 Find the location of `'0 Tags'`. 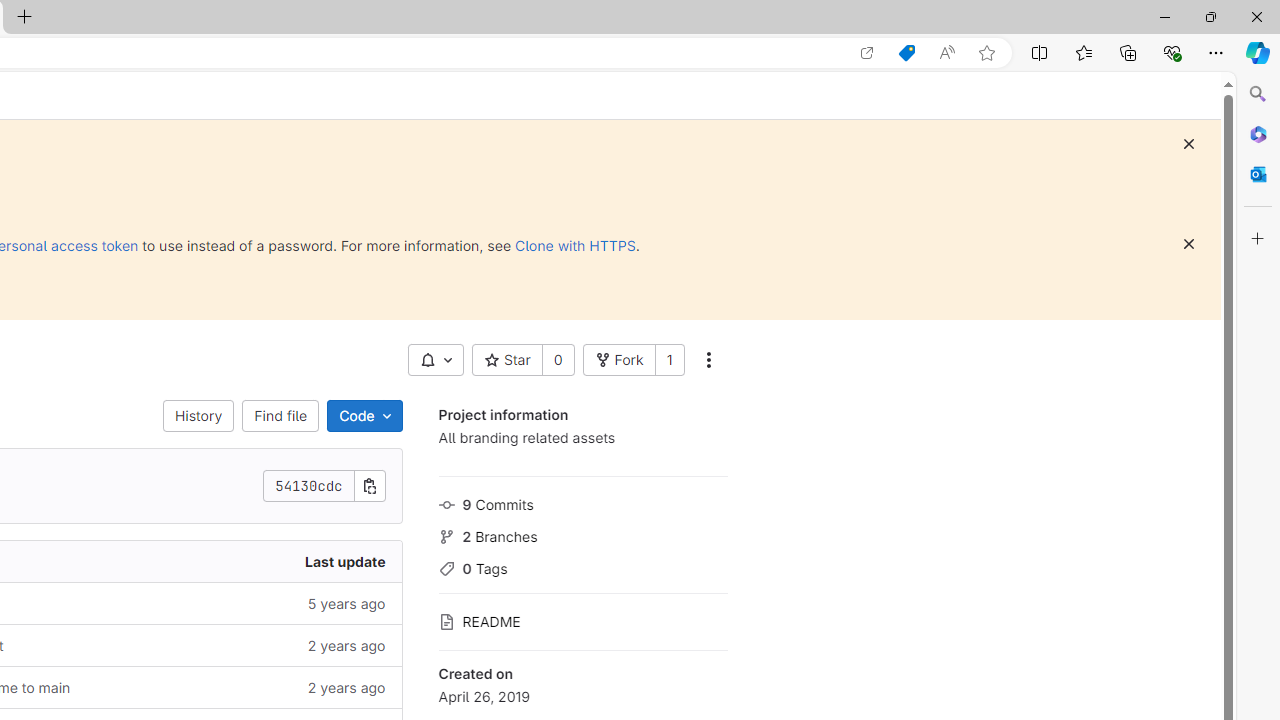

'0 Tags' is located at coordinates (582, 567).